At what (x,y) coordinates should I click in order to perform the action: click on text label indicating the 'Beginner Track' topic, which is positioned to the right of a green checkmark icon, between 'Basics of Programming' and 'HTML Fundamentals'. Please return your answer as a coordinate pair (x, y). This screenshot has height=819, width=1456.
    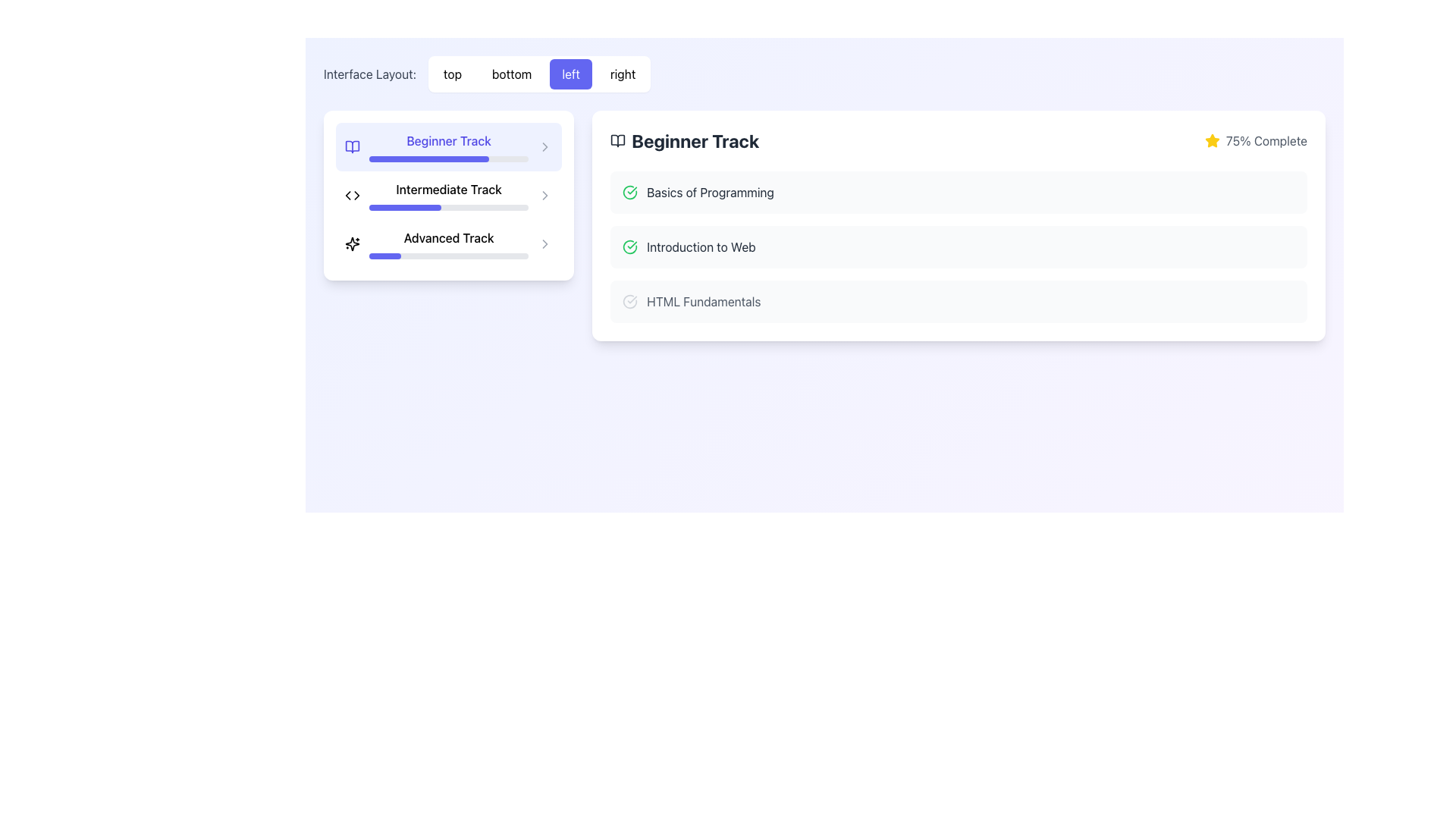
    Looking at the image, I should click on (701, 246).